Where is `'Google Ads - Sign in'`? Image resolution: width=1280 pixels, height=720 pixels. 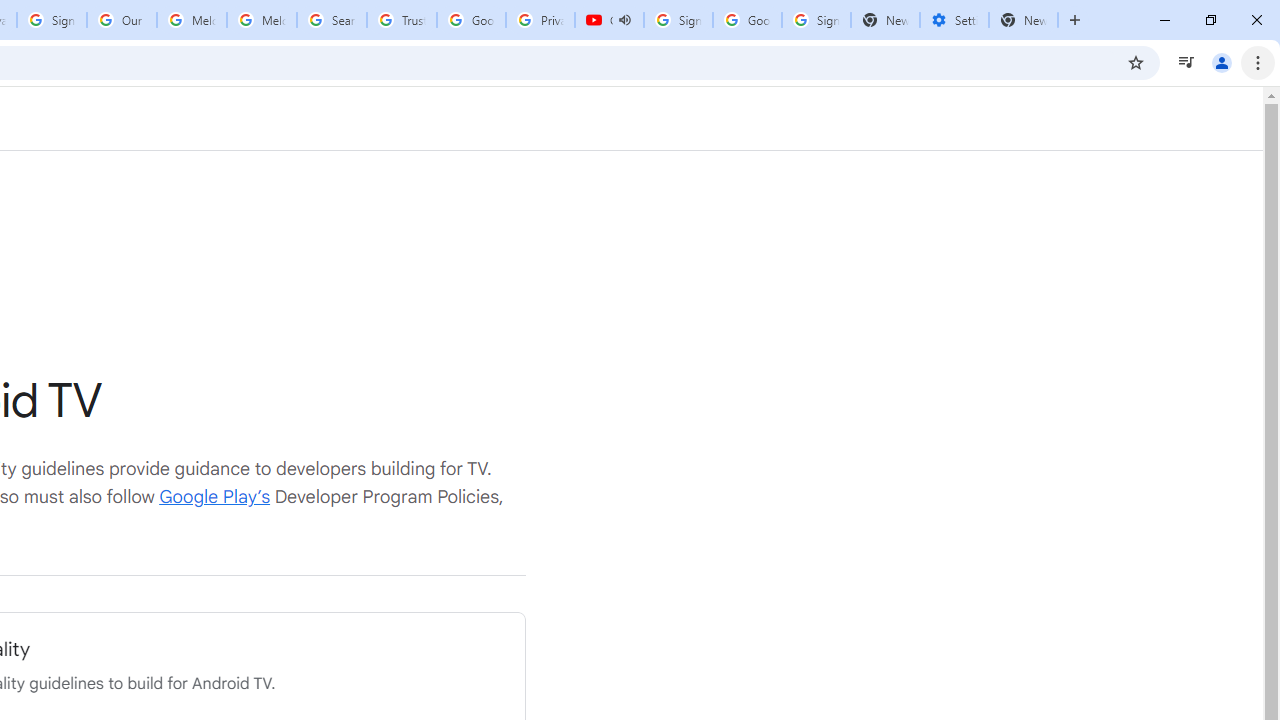
'Google Ads - Sign in' is located at coordinates (470, 20).